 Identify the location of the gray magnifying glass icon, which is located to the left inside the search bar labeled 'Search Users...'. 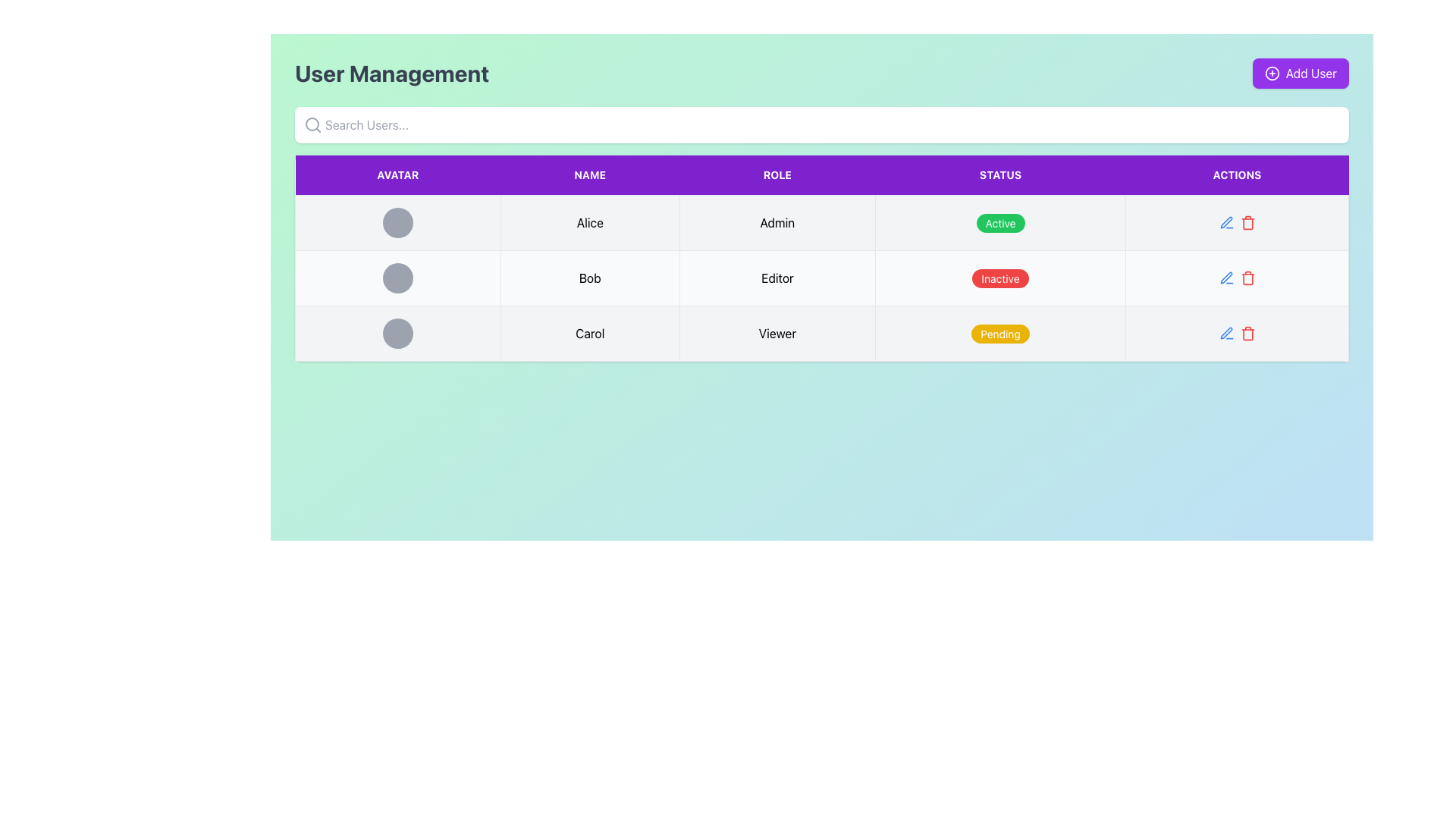
(312, 124).